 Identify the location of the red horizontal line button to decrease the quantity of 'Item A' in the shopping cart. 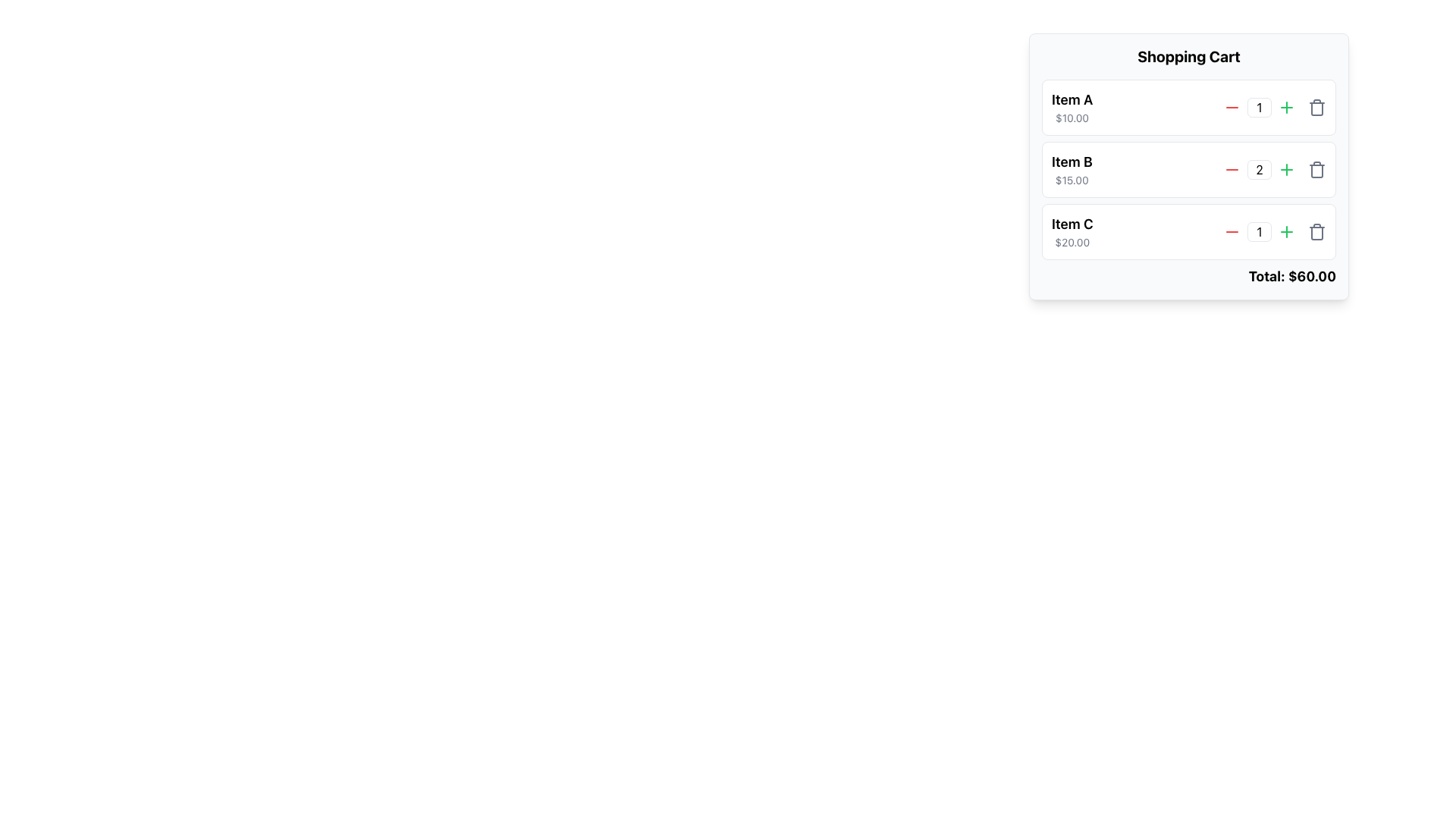
(1232, 107).